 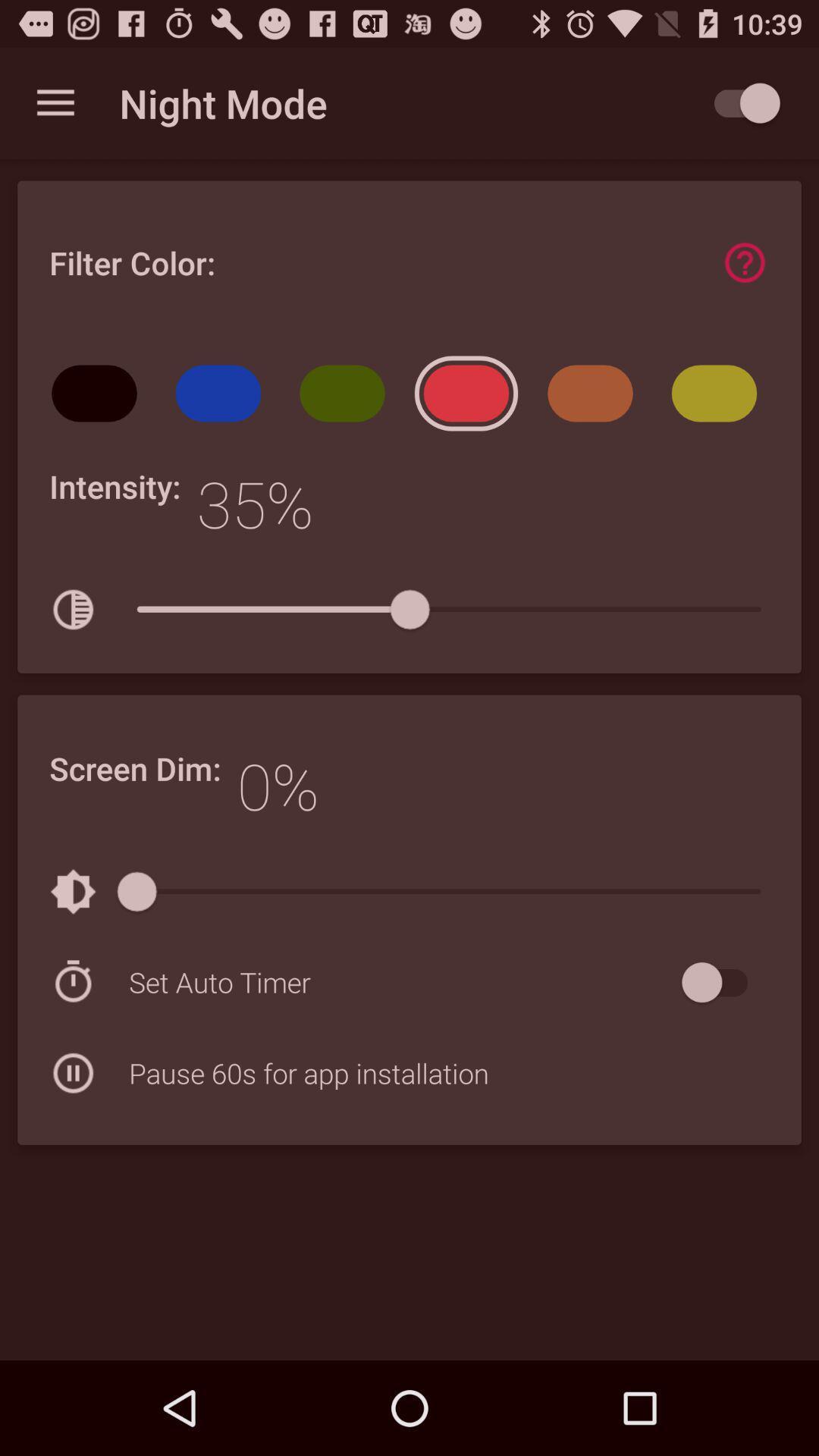 I want to click on set auto timer, so click(x=401, y=982).